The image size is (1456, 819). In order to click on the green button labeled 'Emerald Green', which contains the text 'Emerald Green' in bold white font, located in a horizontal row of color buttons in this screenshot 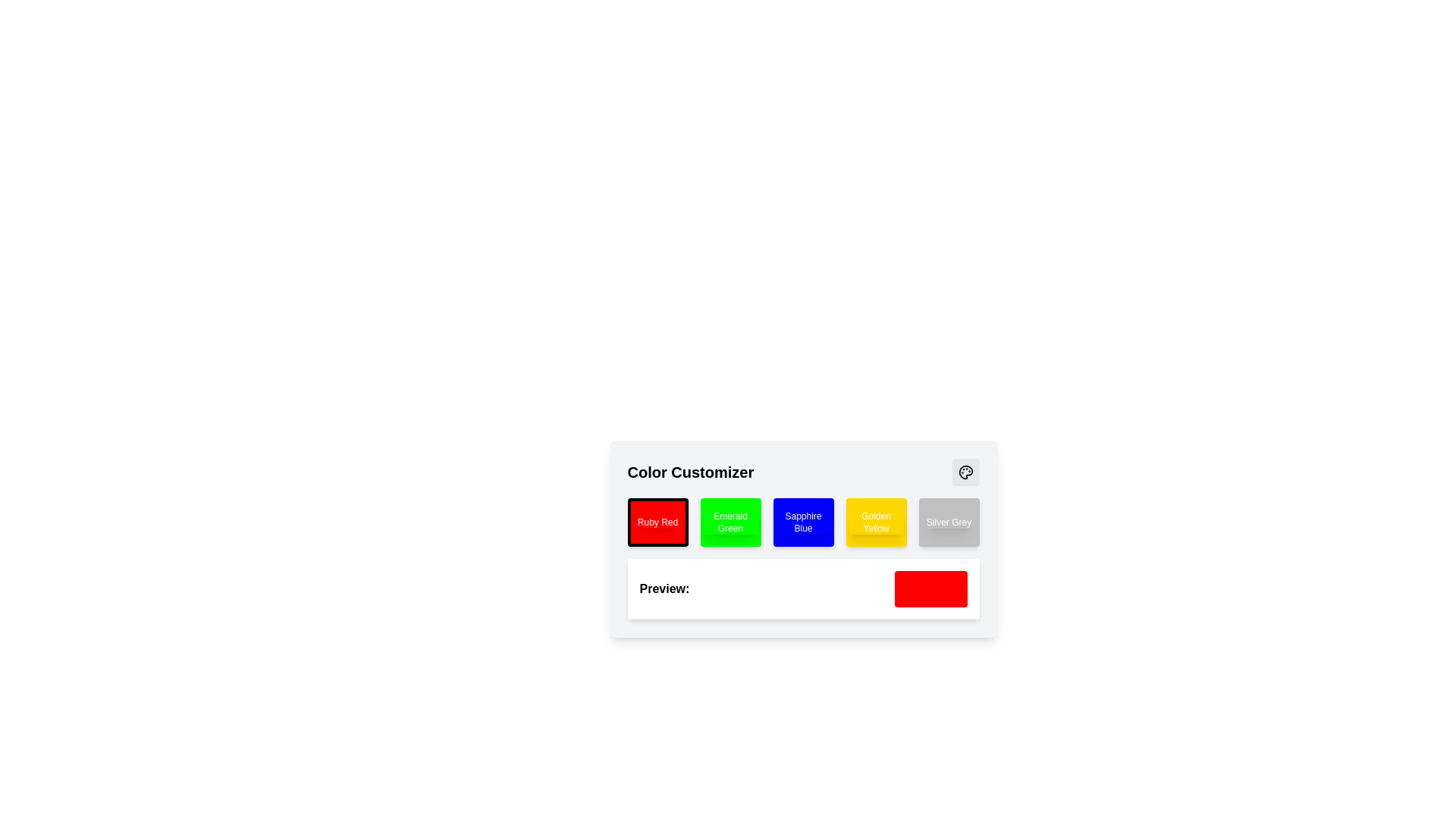, I will do `click(730, 522)`.